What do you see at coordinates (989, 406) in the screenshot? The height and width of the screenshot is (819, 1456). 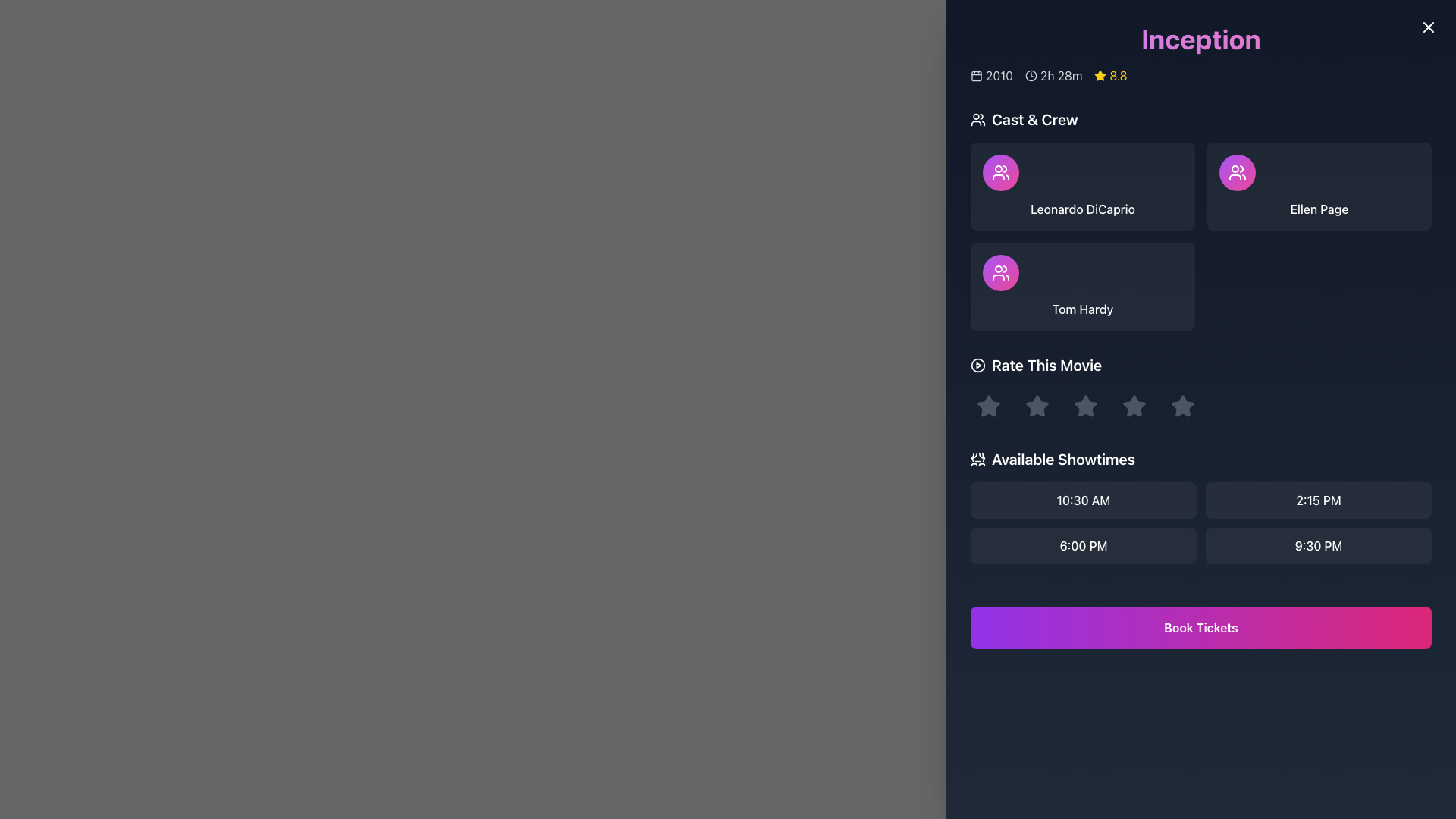 I see `the filled dark gray star icon, which is the first in a horizontal sequence of five rating icons under the 'Rate This Movie' section` at bounding box center [989, 406].